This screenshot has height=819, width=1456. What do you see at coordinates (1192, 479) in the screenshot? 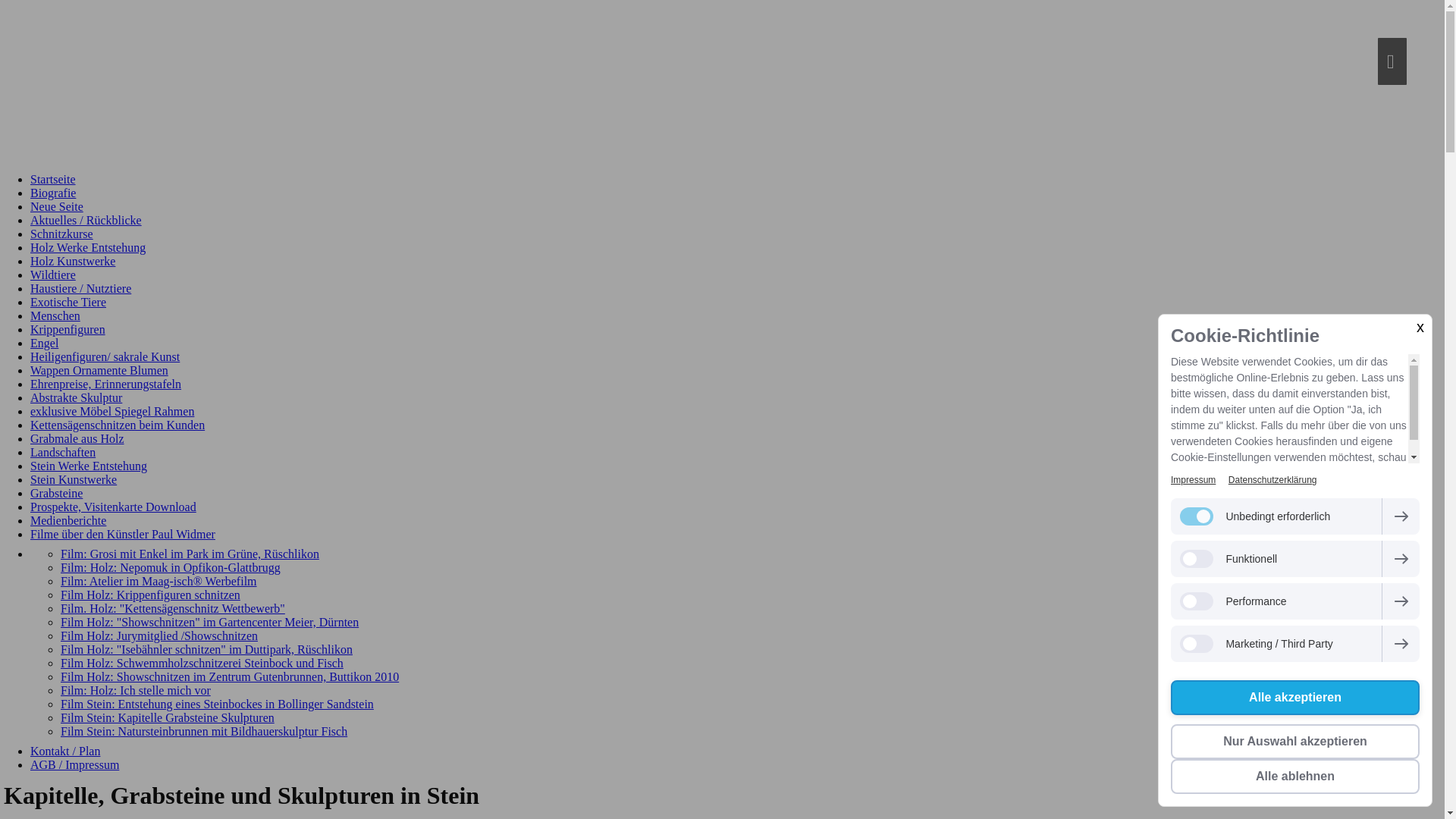
I see `'Impressum'` at bounding box center [1192, 479].